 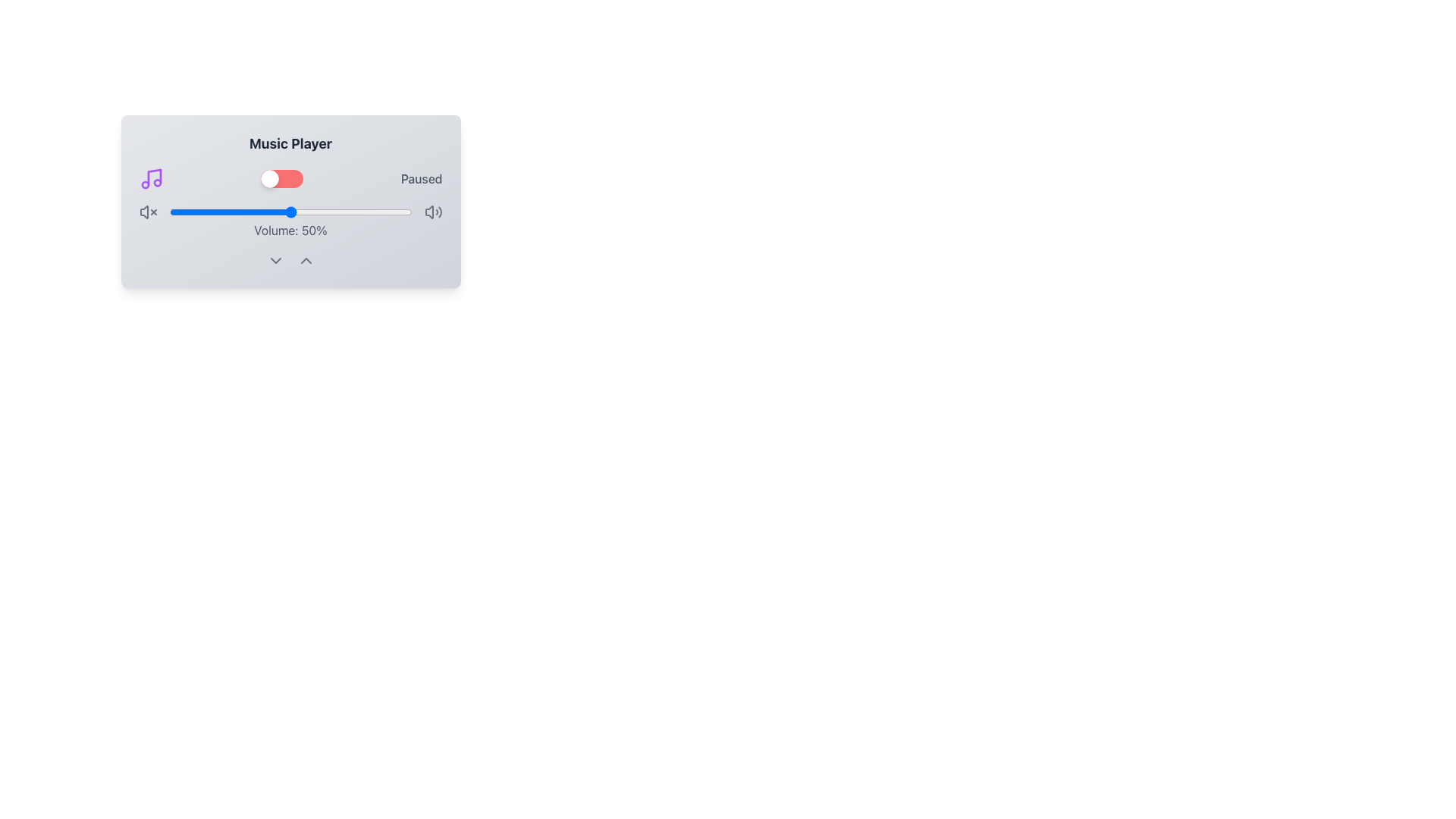 What do you see at coordinates (362, 212) in the screenshot?
I see `the volume` at bounding box center [362, 212].